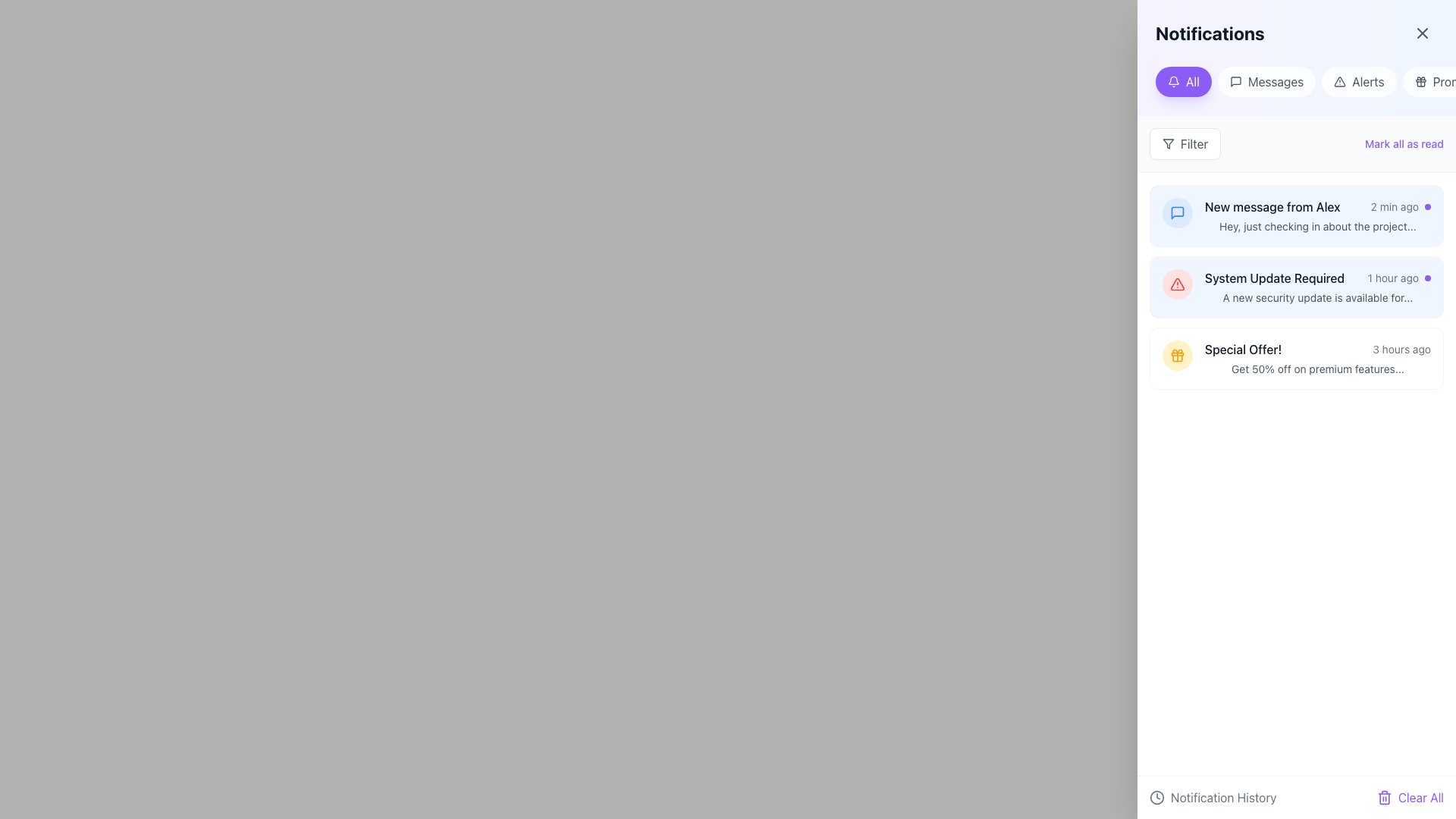 The width and height of the screenshot is (1456, 819). I want to click on the filter icon located within the Filter button in the notifications panel, so click(1167, 143).